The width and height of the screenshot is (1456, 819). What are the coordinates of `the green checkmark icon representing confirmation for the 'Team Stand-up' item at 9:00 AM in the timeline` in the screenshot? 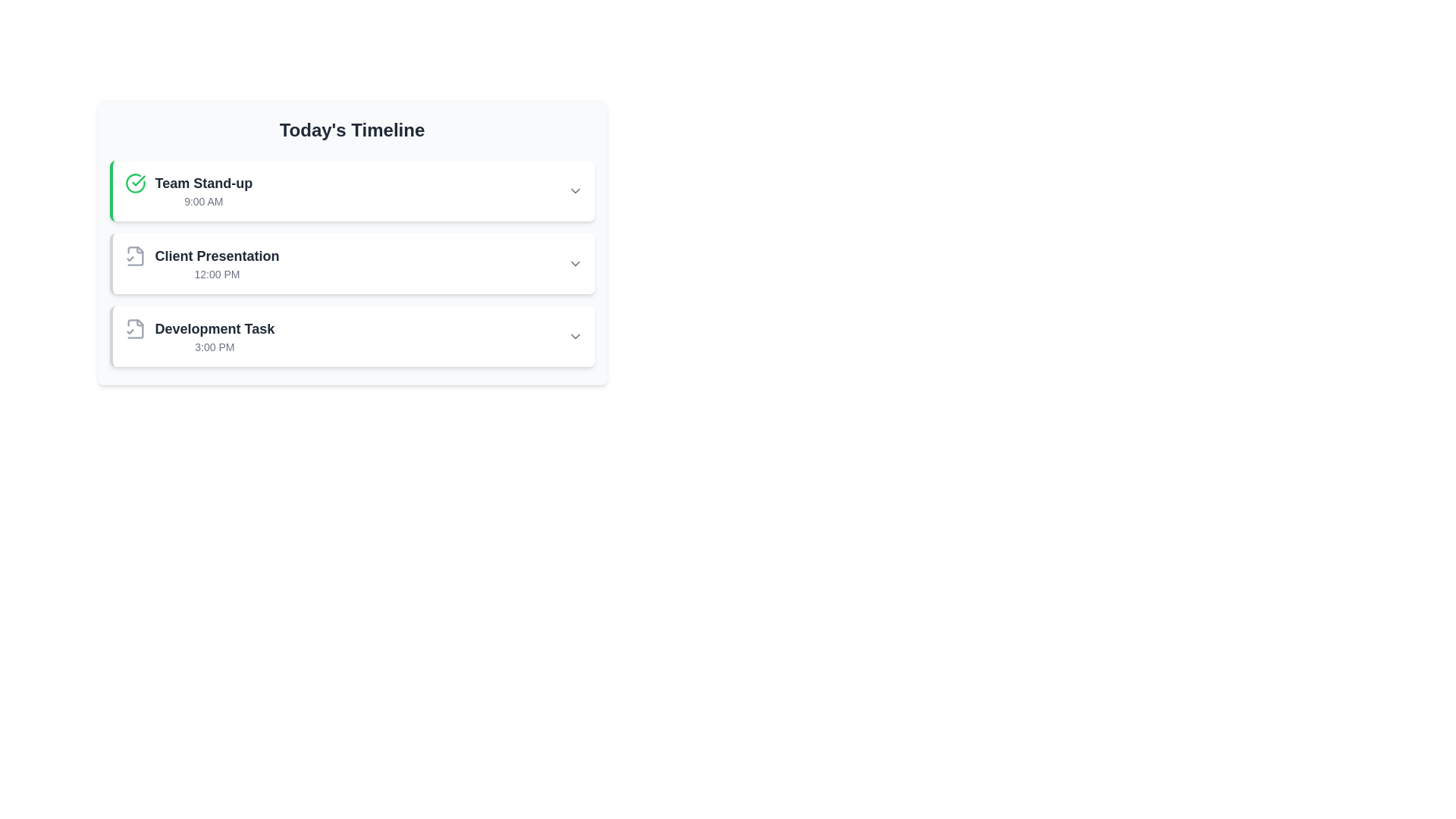 It's located at (138, 180).